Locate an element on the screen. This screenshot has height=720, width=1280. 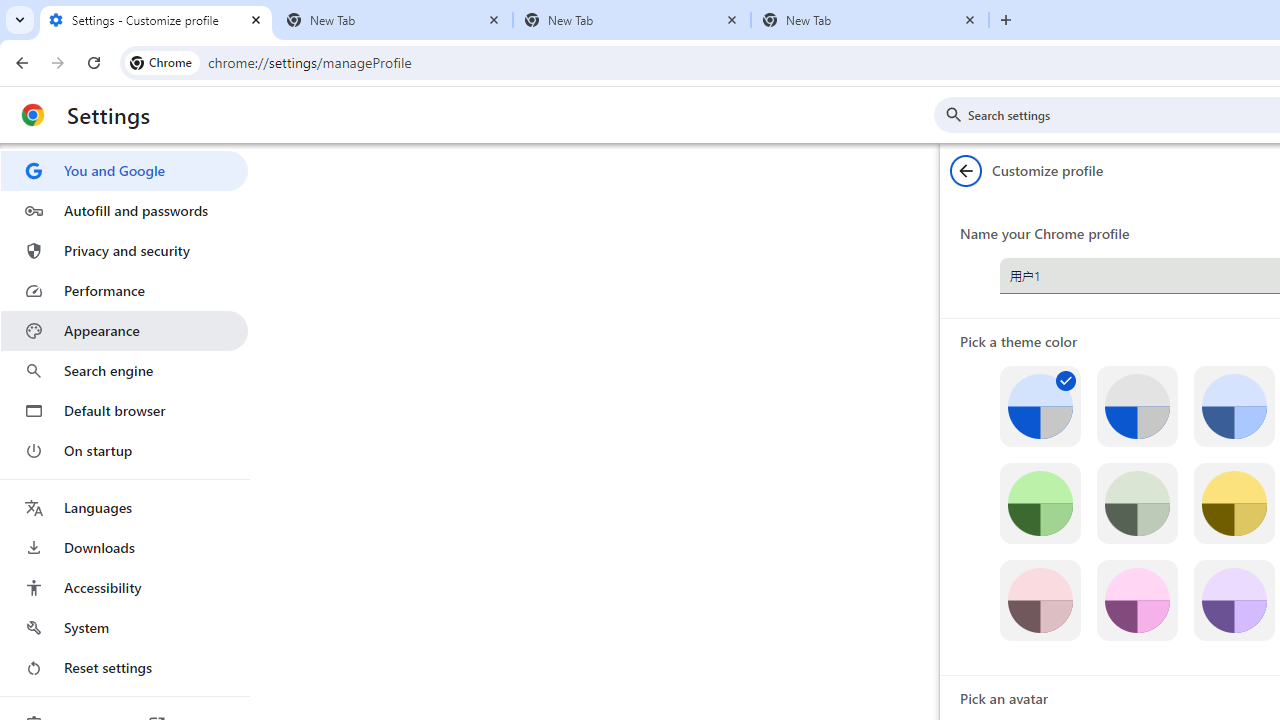
'New Tab' is located at coordinates (870, 20).